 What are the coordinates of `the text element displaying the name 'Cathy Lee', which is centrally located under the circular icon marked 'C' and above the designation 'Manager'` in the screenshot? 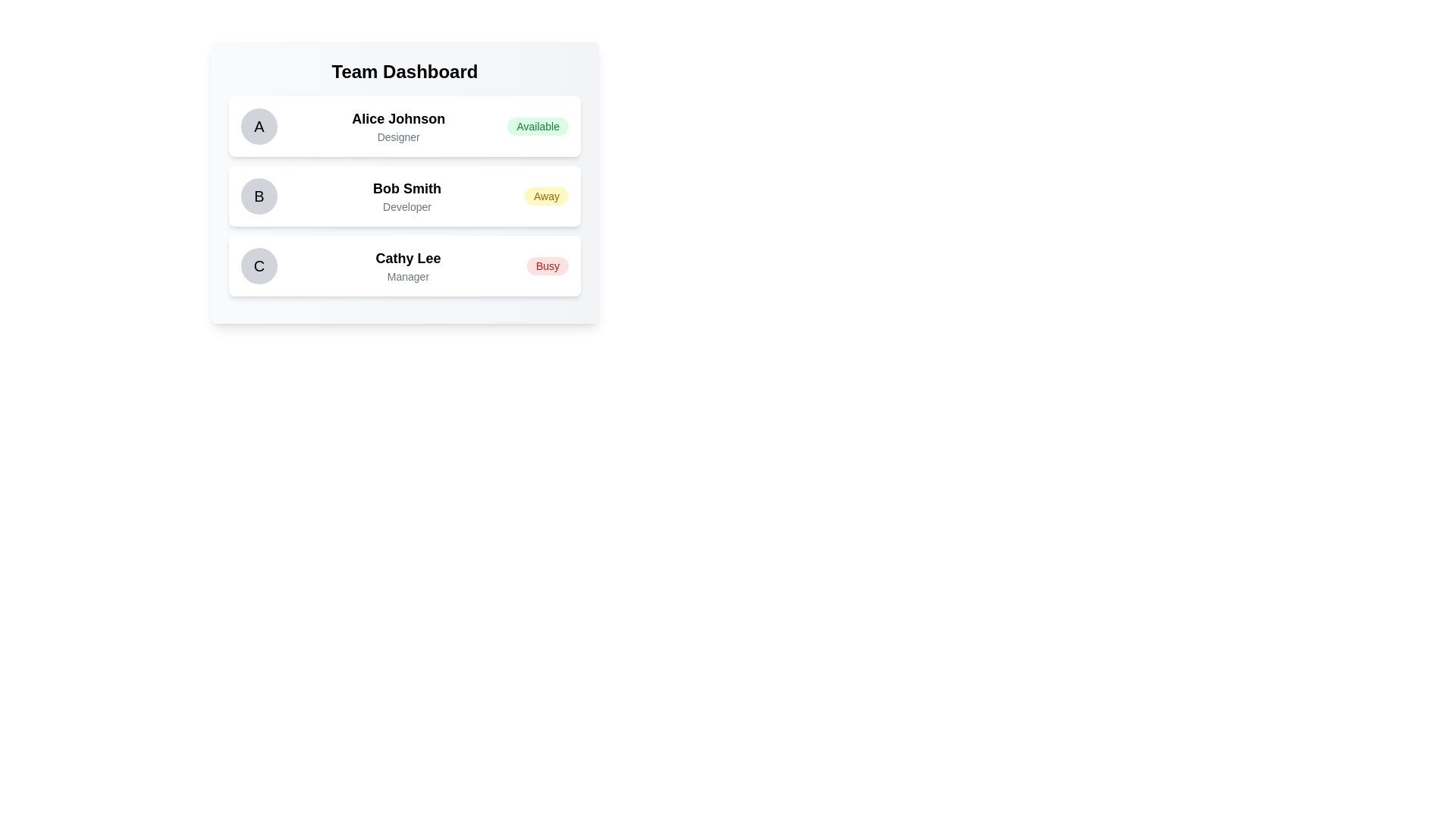 It's located at (408, 257).